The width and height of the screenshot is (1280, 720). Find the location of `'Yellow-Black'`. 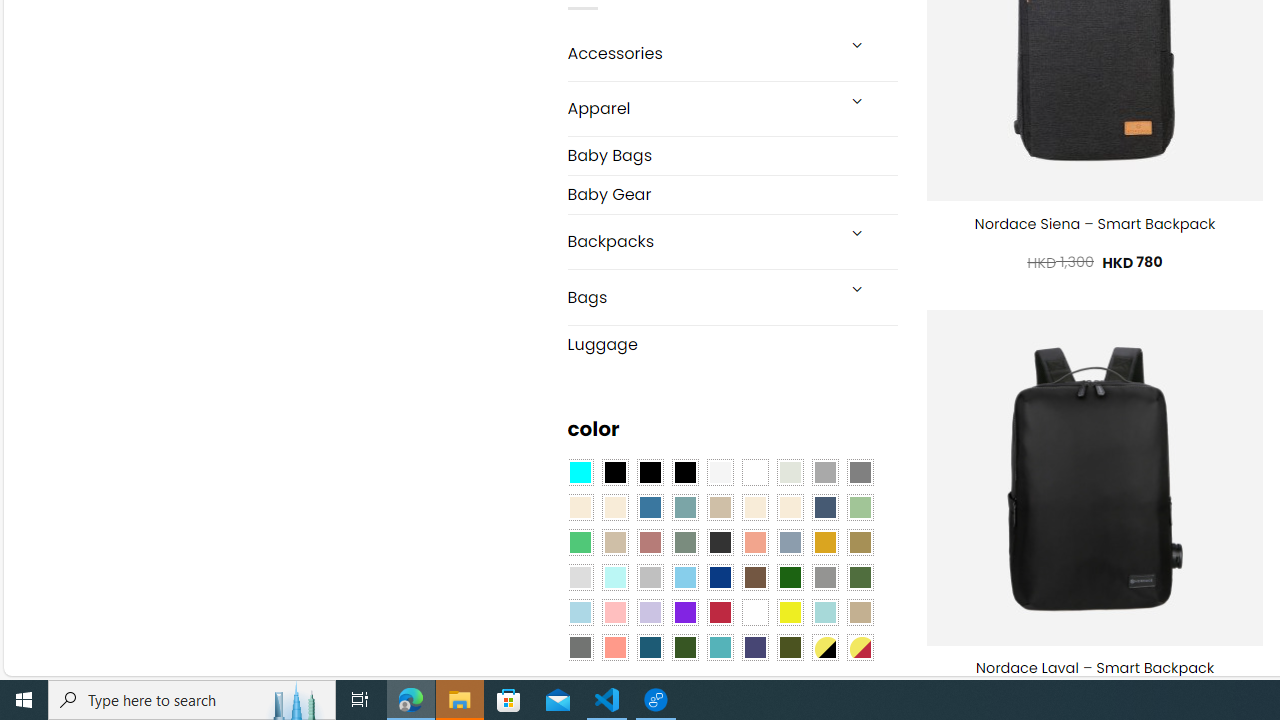

'Yellow-Black' is located at coordinates (824, 648).